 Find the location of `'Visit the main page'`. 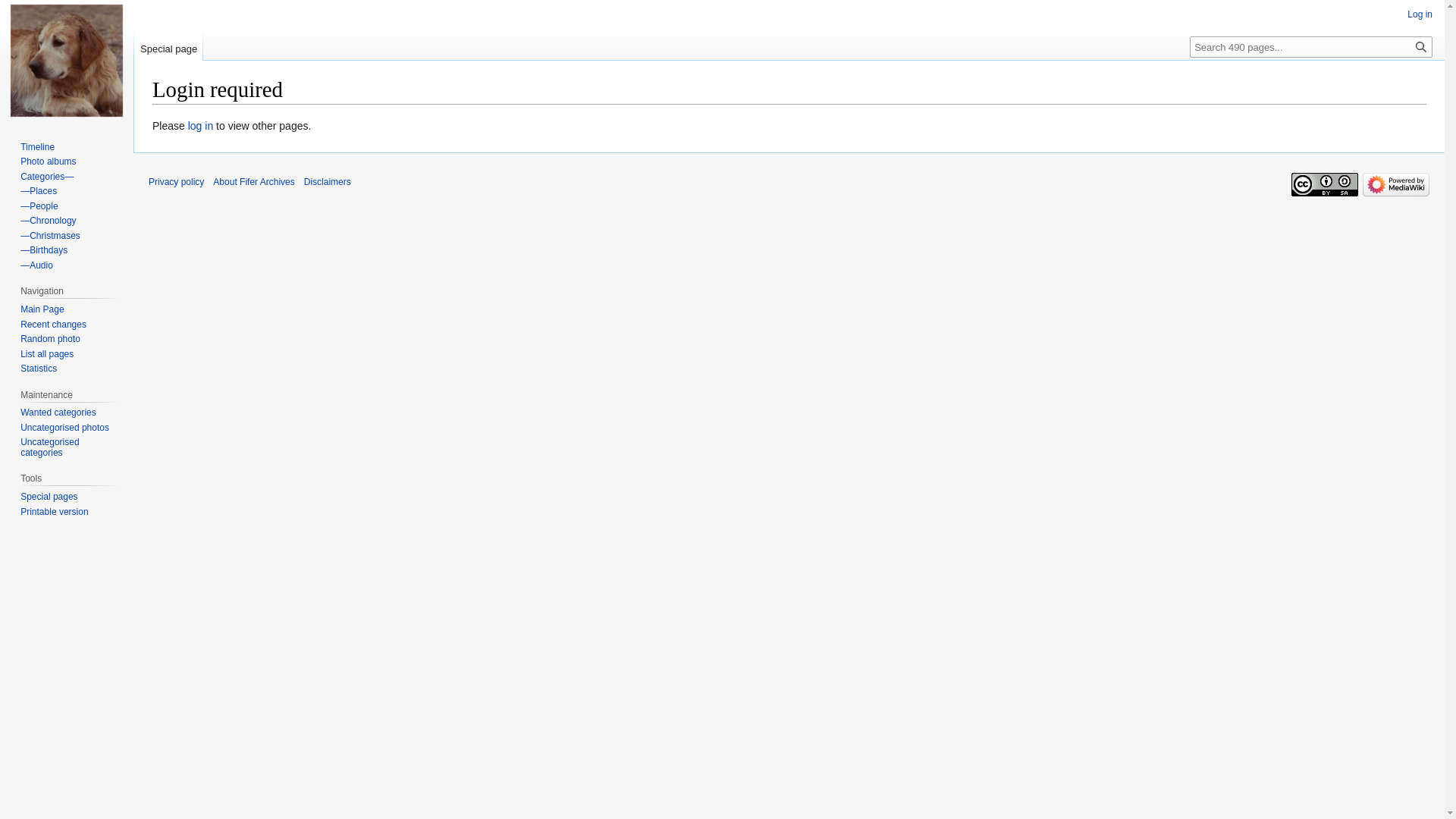

'Visit the main page' is located at coordinates (65, 60).